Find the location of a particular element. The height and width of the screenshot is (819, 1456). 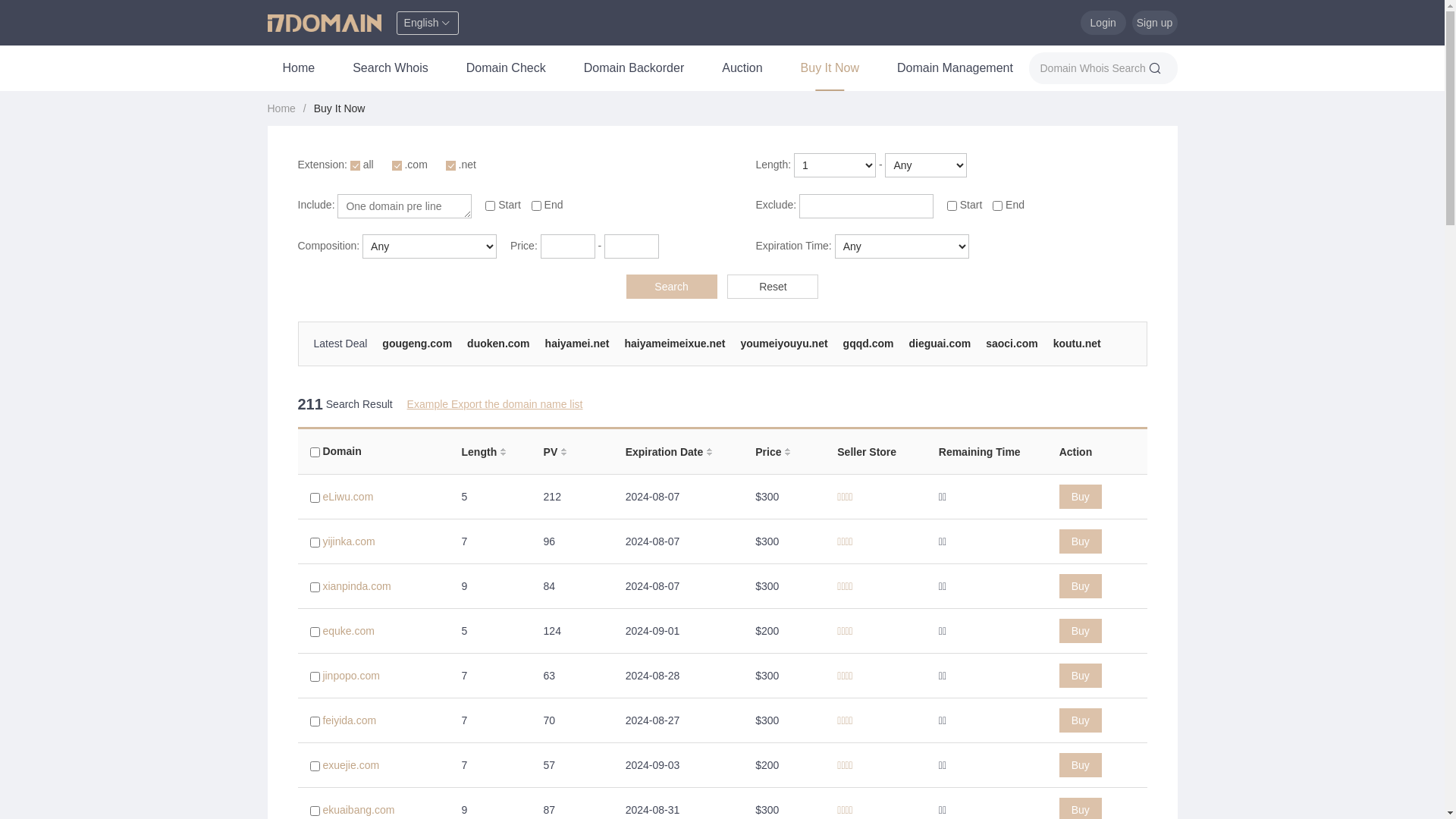

'gougeng.com' is located at coordinates (417, 343).